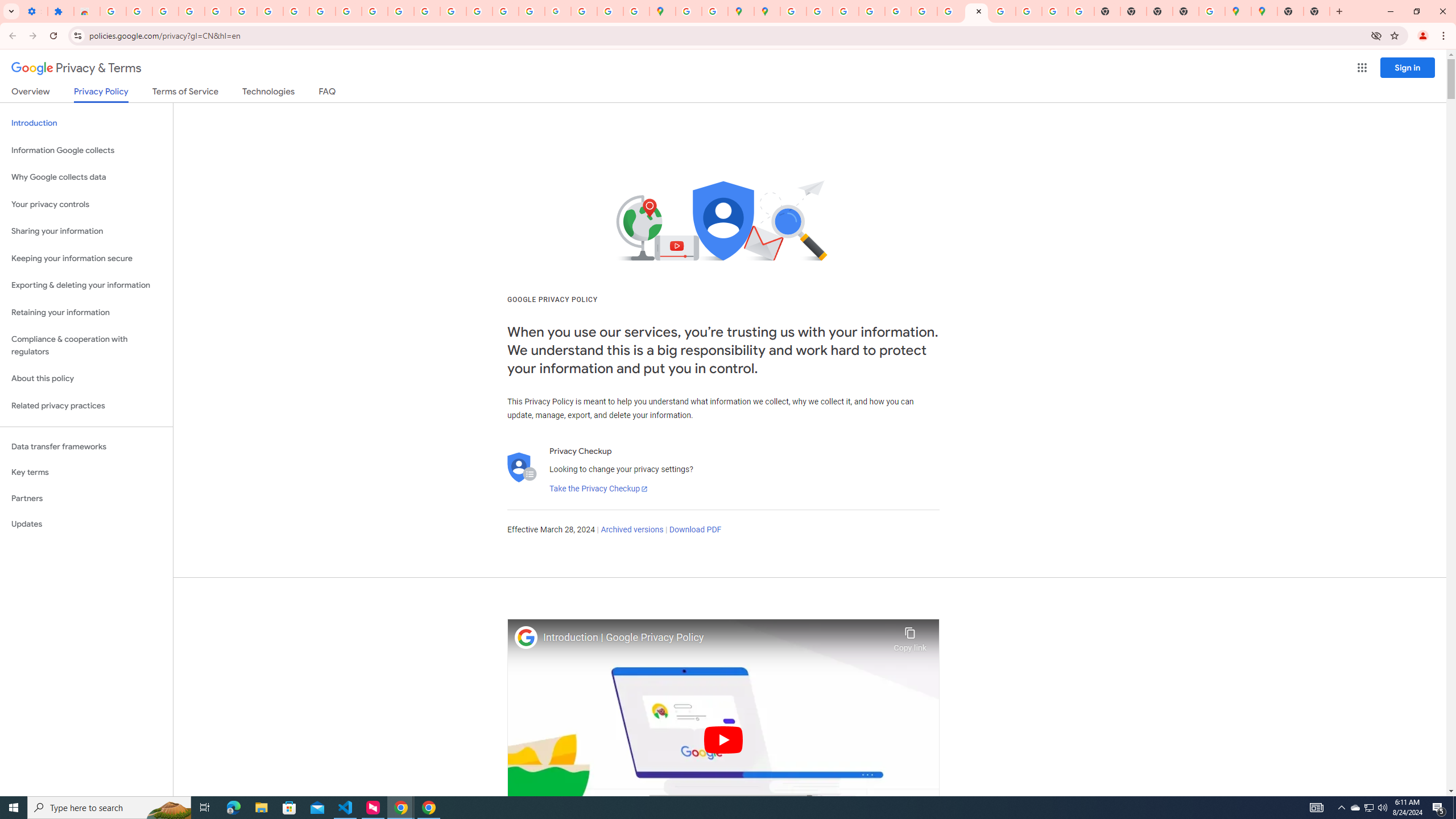 The height and width of the screenshot is (819, 1456). What do you see at coordinates (1212, 11) in the screenshot?
I see `'Use Google Maps in Space - Google Maps Help'` at bounding box center [1212, 11].